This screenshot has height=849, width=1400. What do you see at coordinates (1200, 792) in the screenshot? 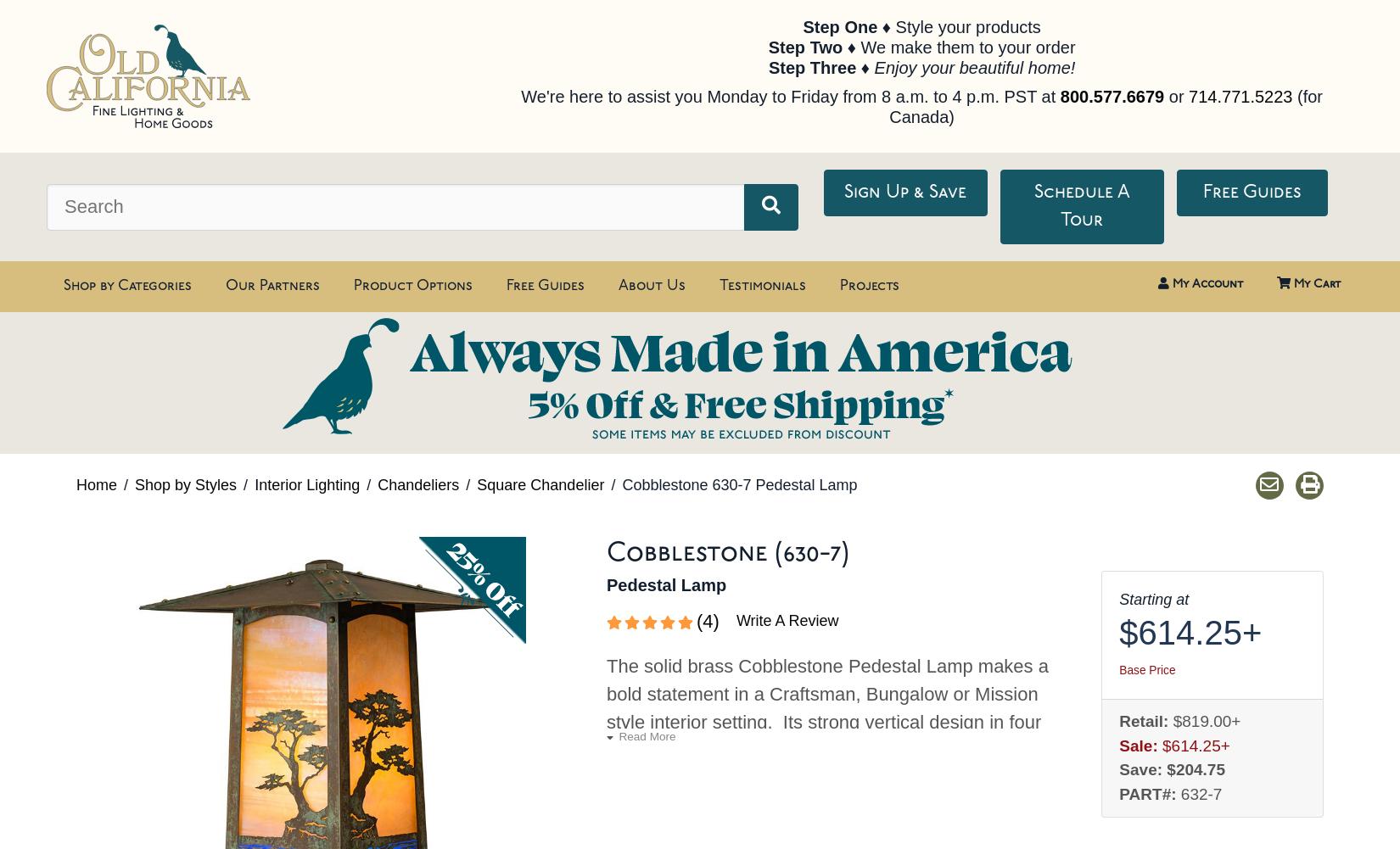
I see `'632-7'` at bounding box center [1200, 792].